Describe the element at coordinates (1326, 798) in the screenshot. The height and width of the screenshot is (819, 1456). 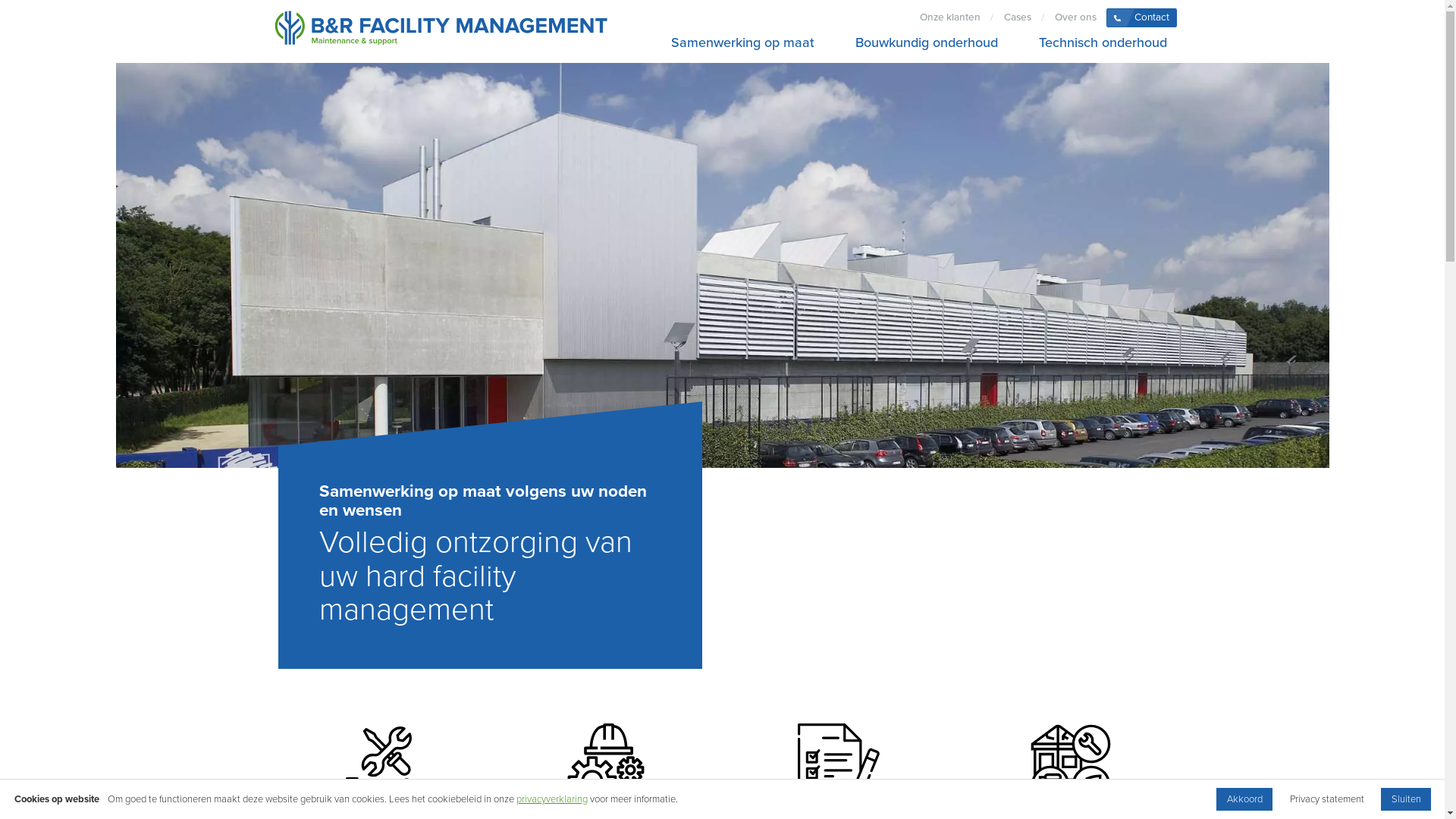
I see `'Privacy statement'` at that location.